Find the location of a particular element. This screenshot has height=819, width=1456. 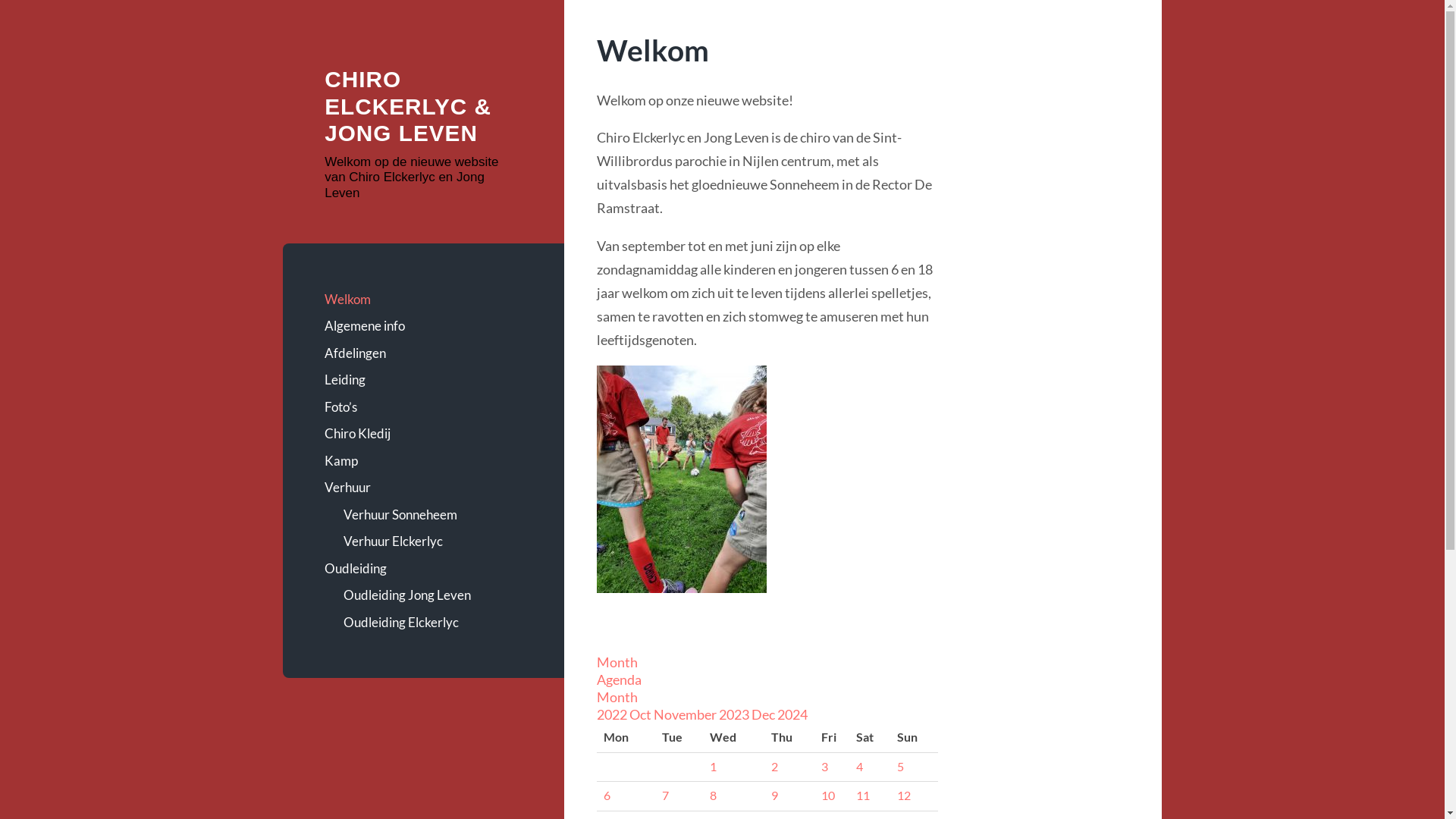

'CHIRO ELCKERLYC & JONG LEVEN' is located at coordinates (407, 105).